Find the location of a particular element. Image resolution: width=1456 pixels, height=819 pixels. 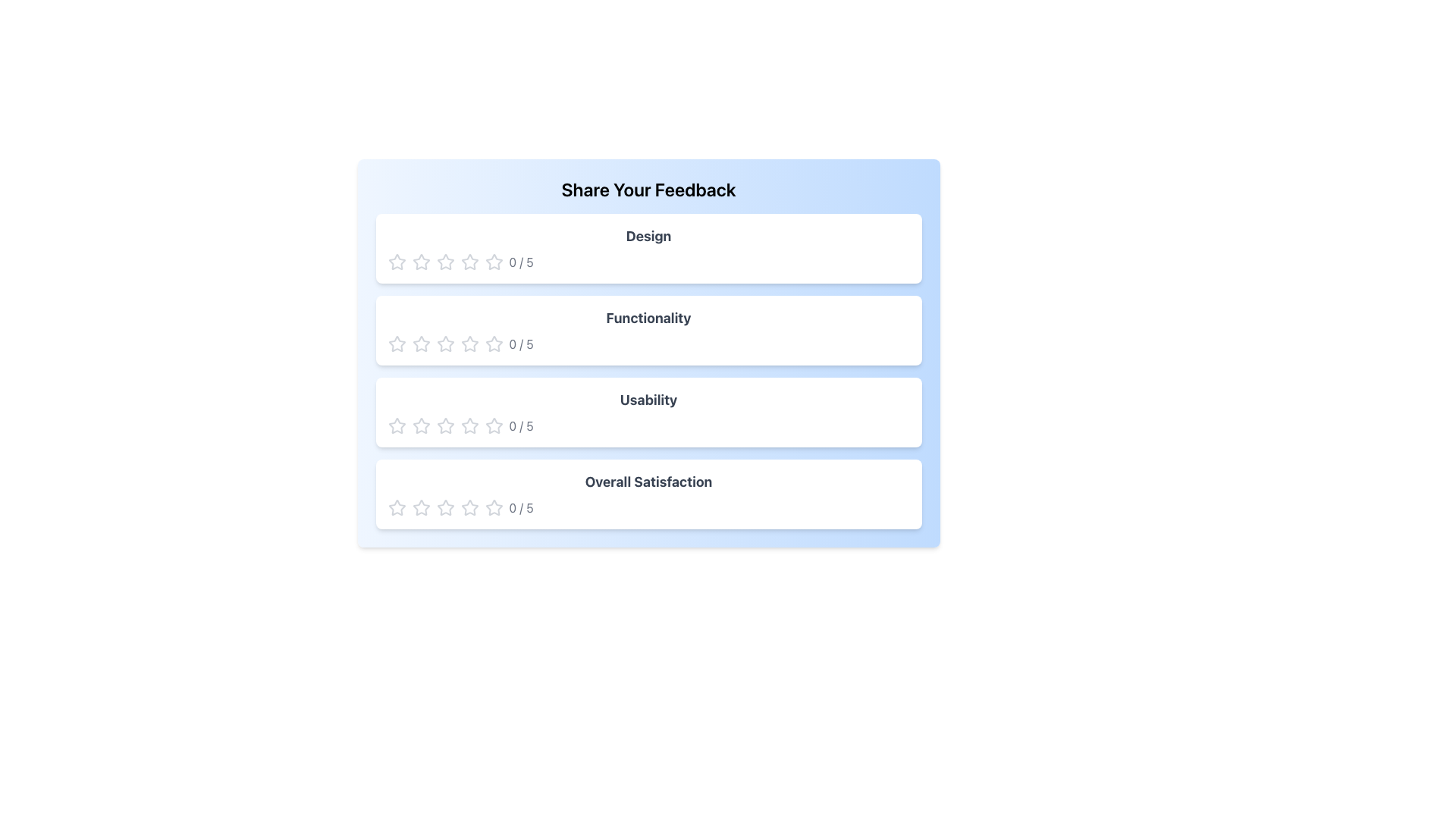

the fifth star in the row of five stars within the third rating section labeled 'Usability' is located at coordinates (494, 426).